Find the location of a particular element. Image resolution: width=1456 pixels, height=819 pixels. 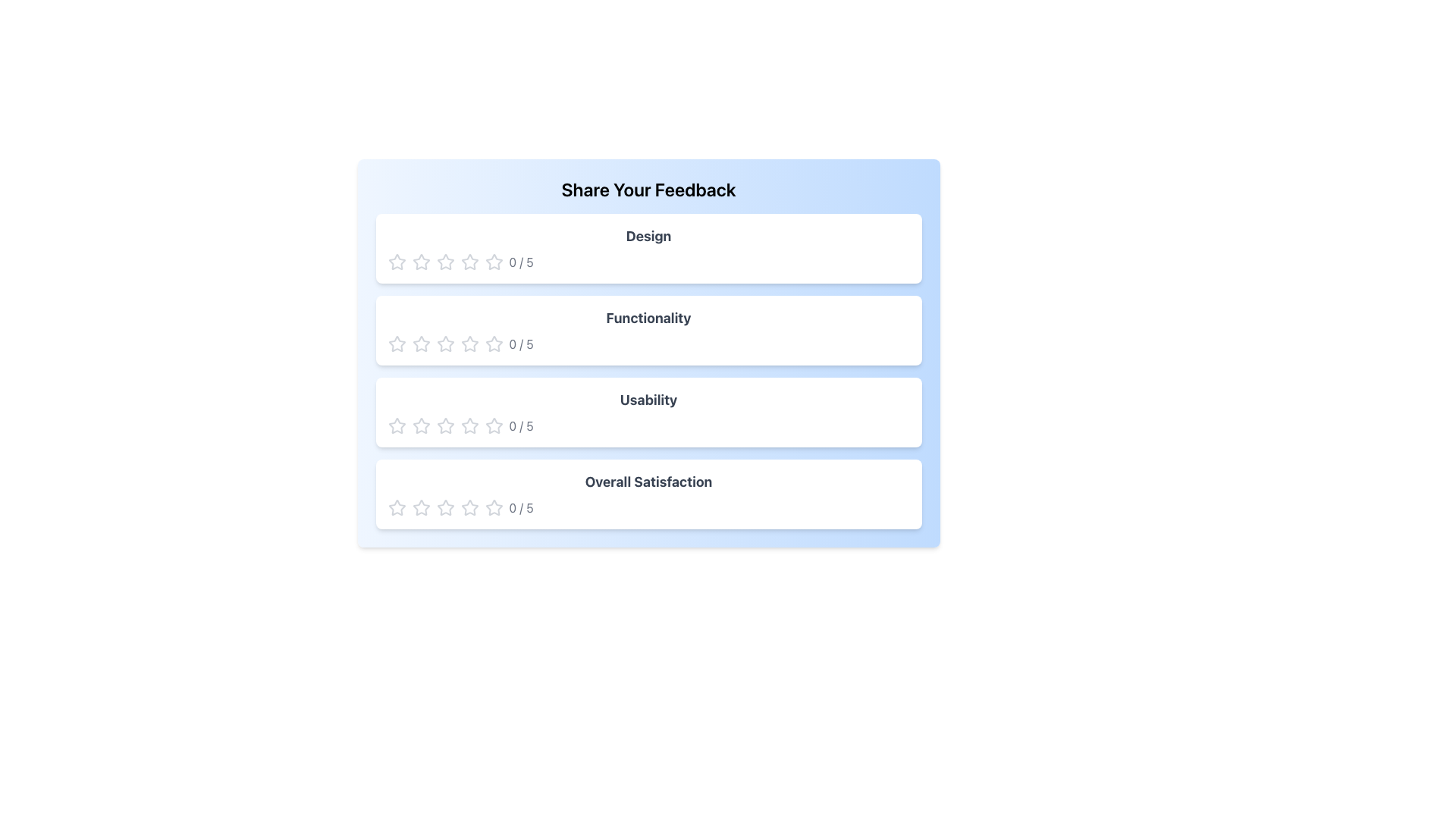

the fifth star in the row of five stars within the third rating section labeled 'Usability' is located at coordinates (494, 426).